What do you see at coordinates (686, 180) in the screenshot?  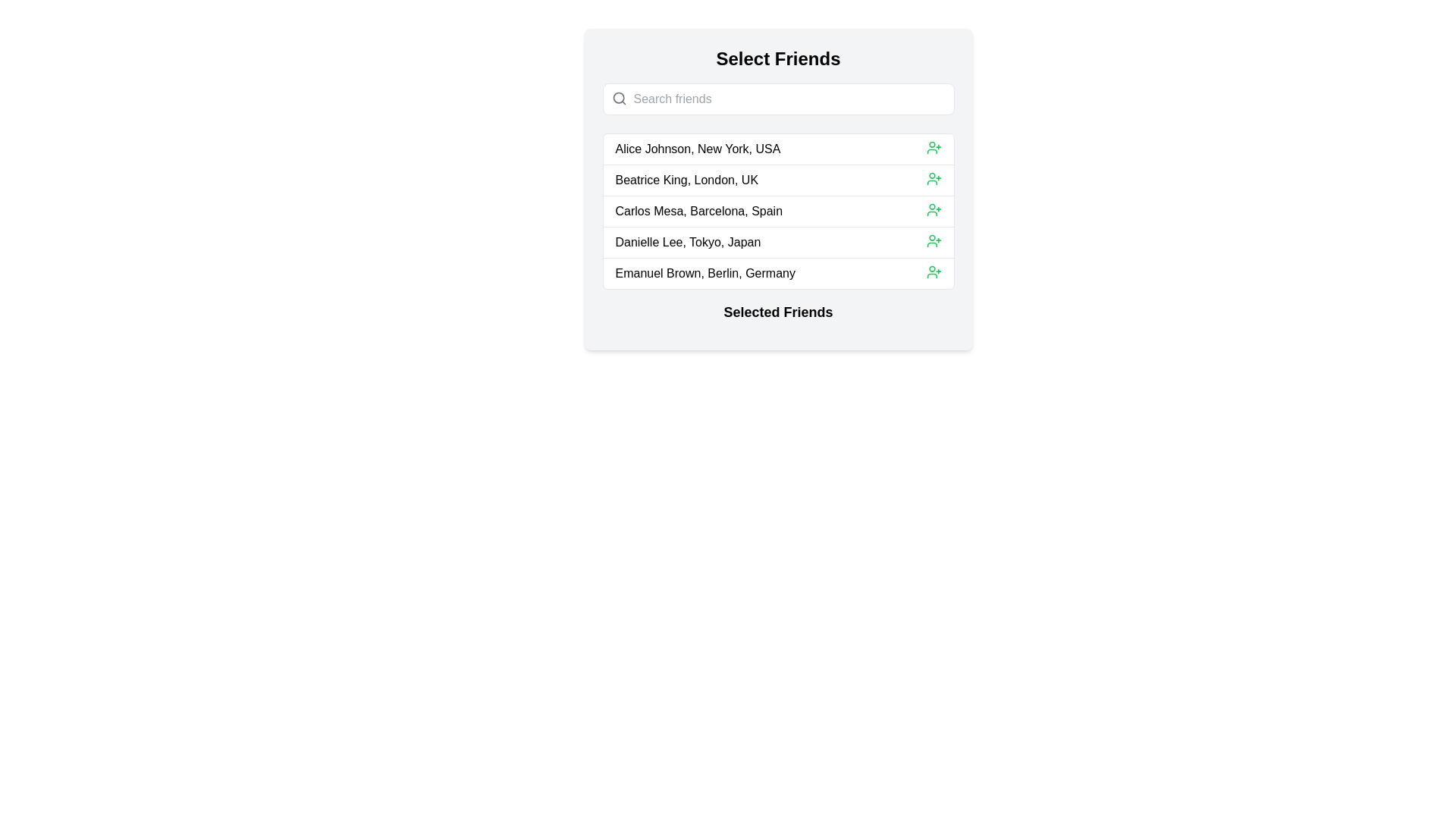 I see `text element that displays the name and location of a person, positioned between 'Alice Johnson, New York, USA' and 'Carlos Mesa, Barcelona, Spain'` at bounding box center [686, 180].